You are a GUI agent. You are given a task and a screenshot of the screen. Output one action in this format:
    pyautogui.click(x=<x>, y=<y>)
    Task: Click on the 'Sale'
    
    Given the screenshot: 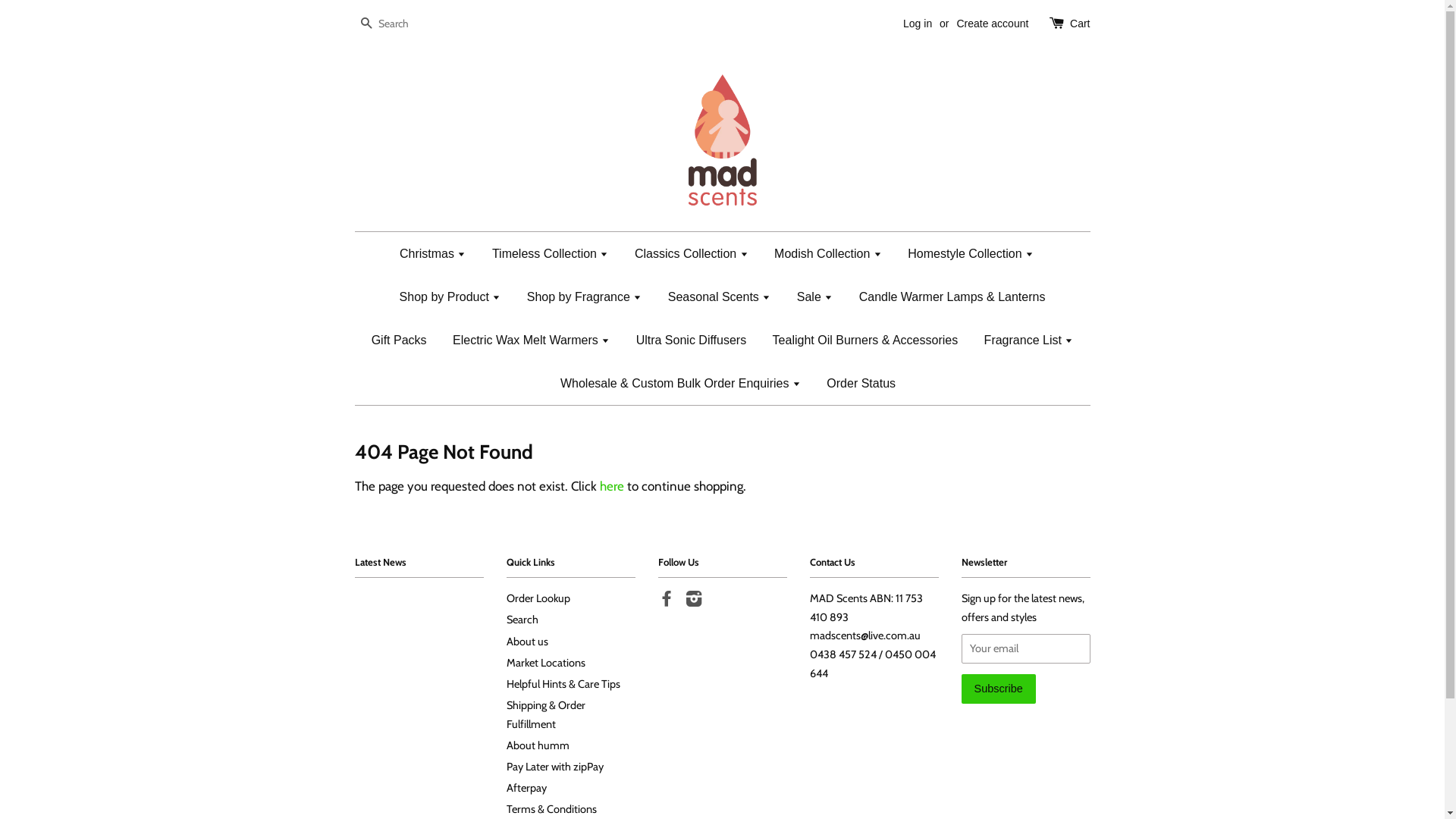 What is the action you would take?
    pyautogui.click(x=814, y=297)
    